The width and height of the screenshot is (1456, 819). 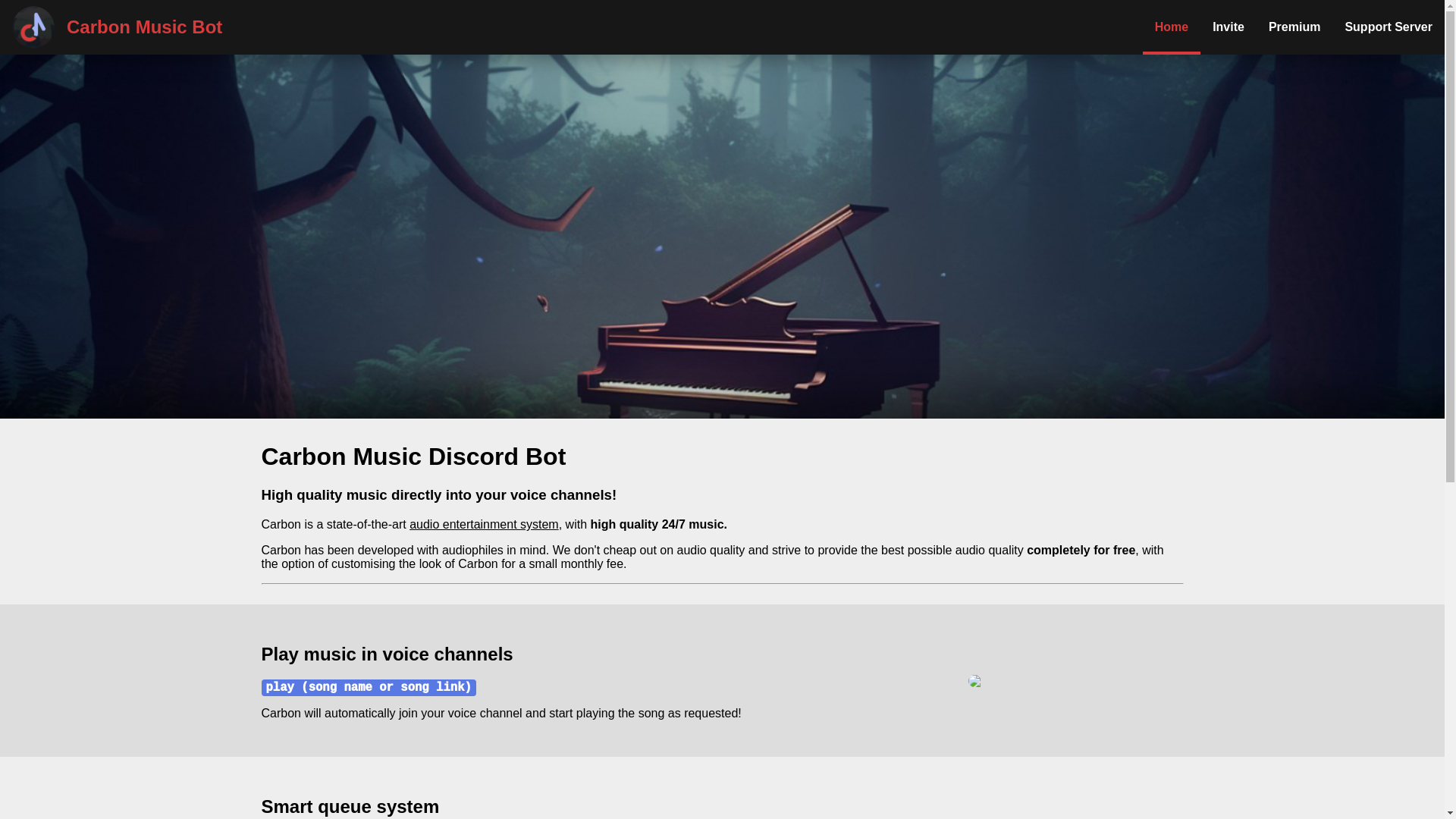 What do you see at coordinates (1228, 27) in the screenshot?
I see `'Invite'` at bounding box center [1228, 27].